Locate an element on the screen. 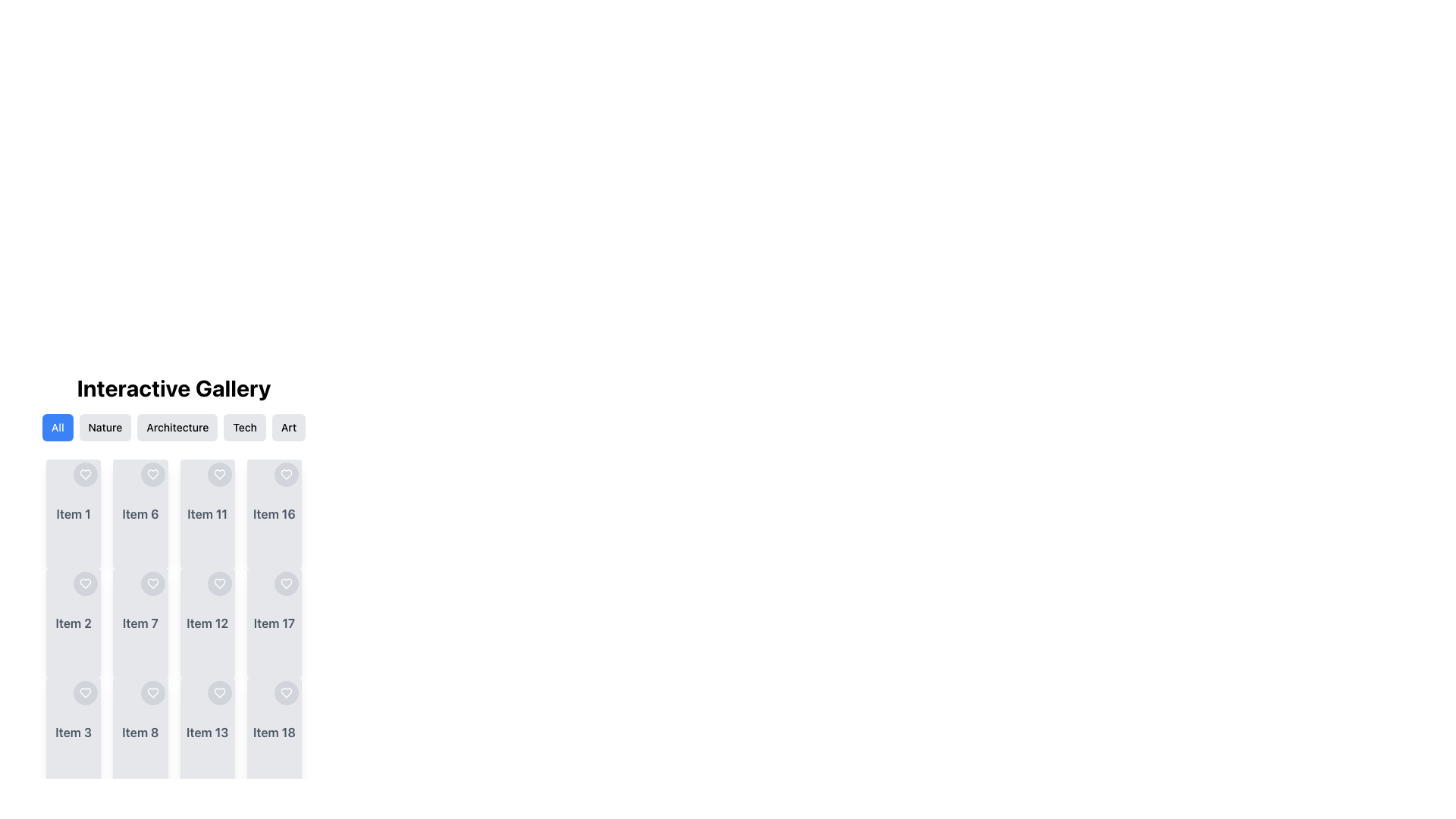 The width and height of the screenshot is (1456, 819). the actionable text within the button that reveals more detailed information about 'Item 11' is located at coordinates (213, 513).